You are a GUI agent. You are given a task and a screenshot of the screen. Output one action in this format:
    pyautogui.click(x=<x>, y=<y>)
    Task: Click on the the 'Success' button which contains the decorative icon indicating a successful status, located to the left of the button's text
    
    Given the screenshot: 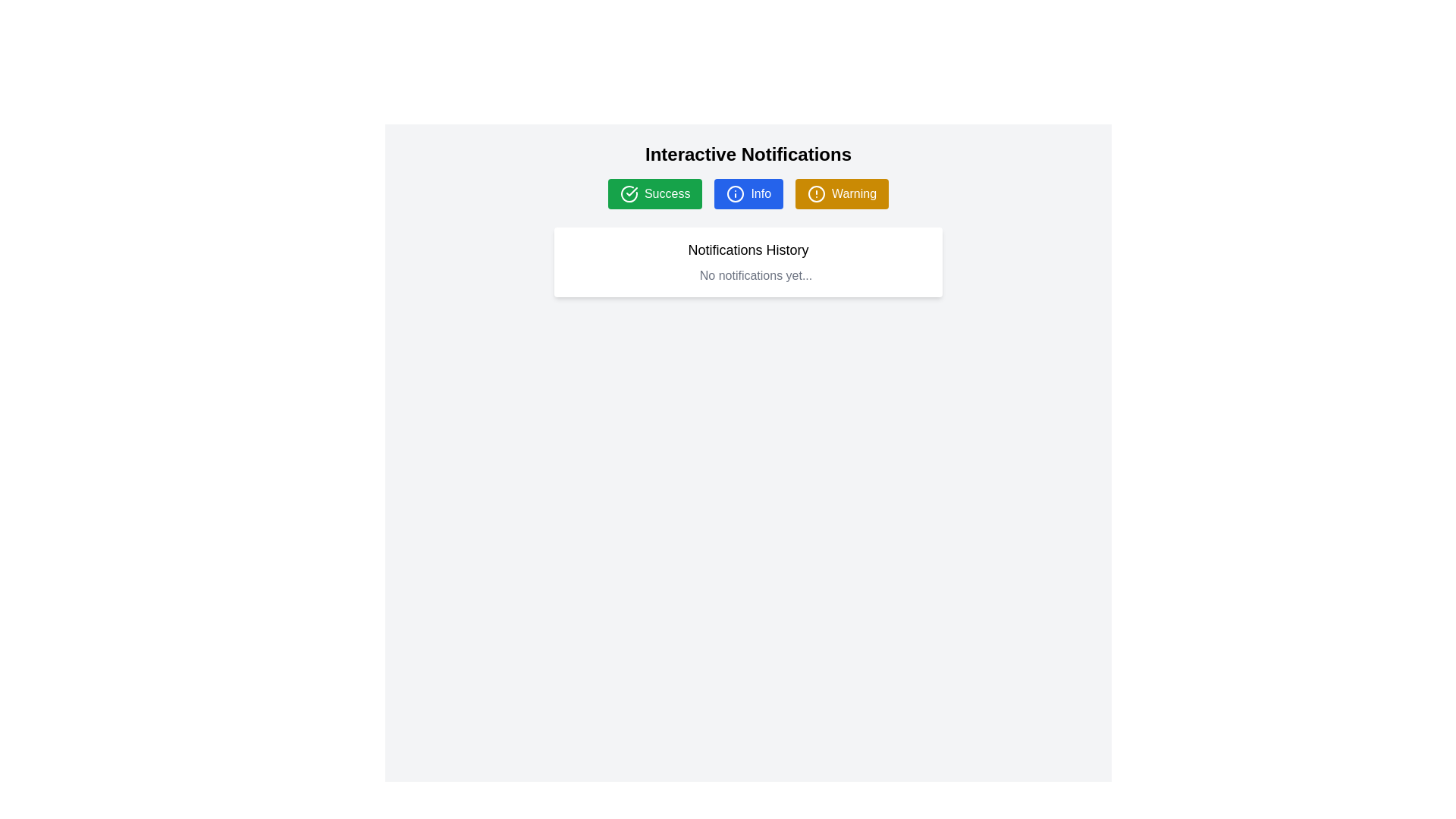 What is the action you would take?
    pyautogui.click(x=629, y=193)
    